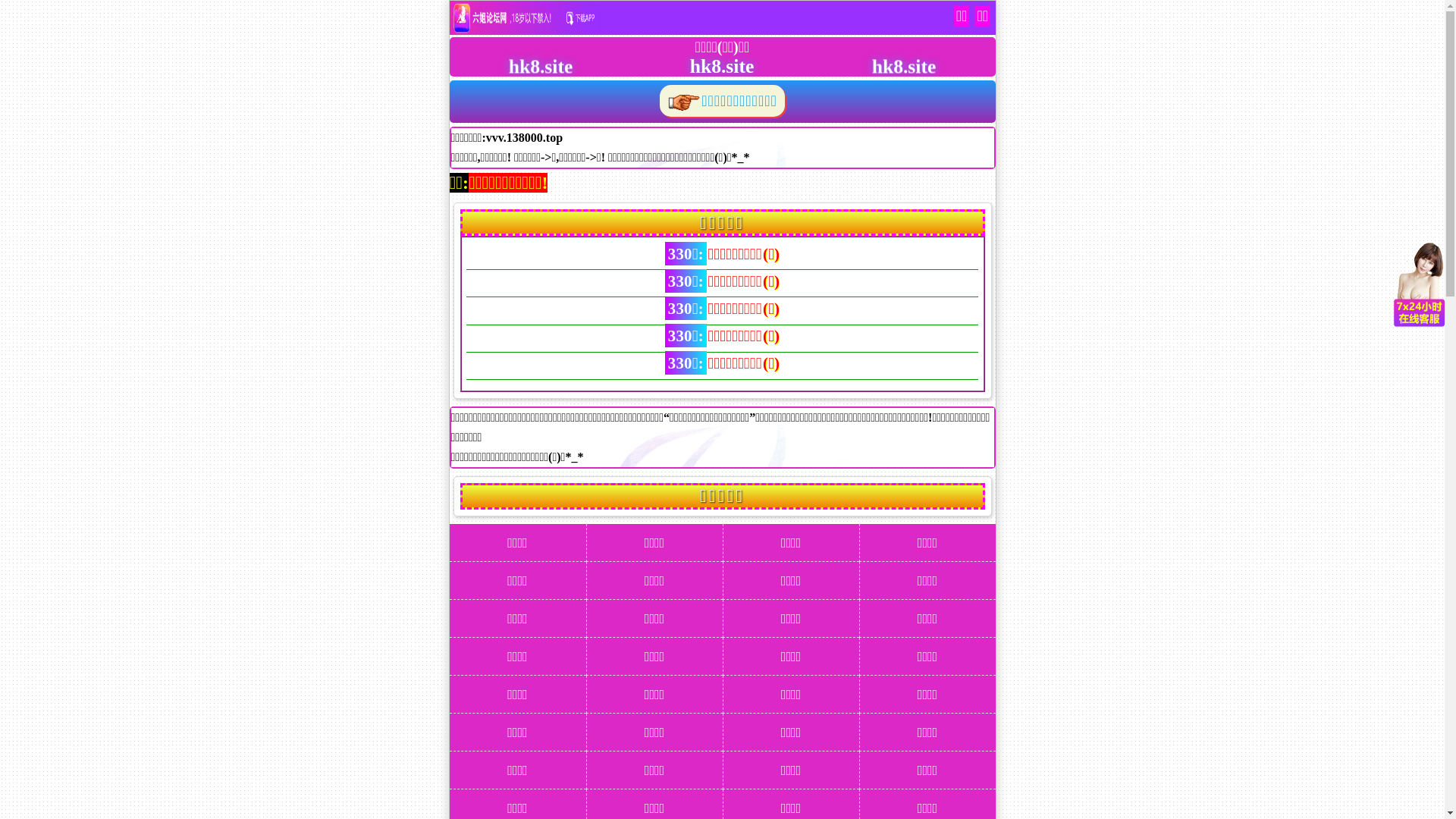 The width and height of the screenshot is (1456, 819). I want to click on 'hk8.site', so click(887, 64).